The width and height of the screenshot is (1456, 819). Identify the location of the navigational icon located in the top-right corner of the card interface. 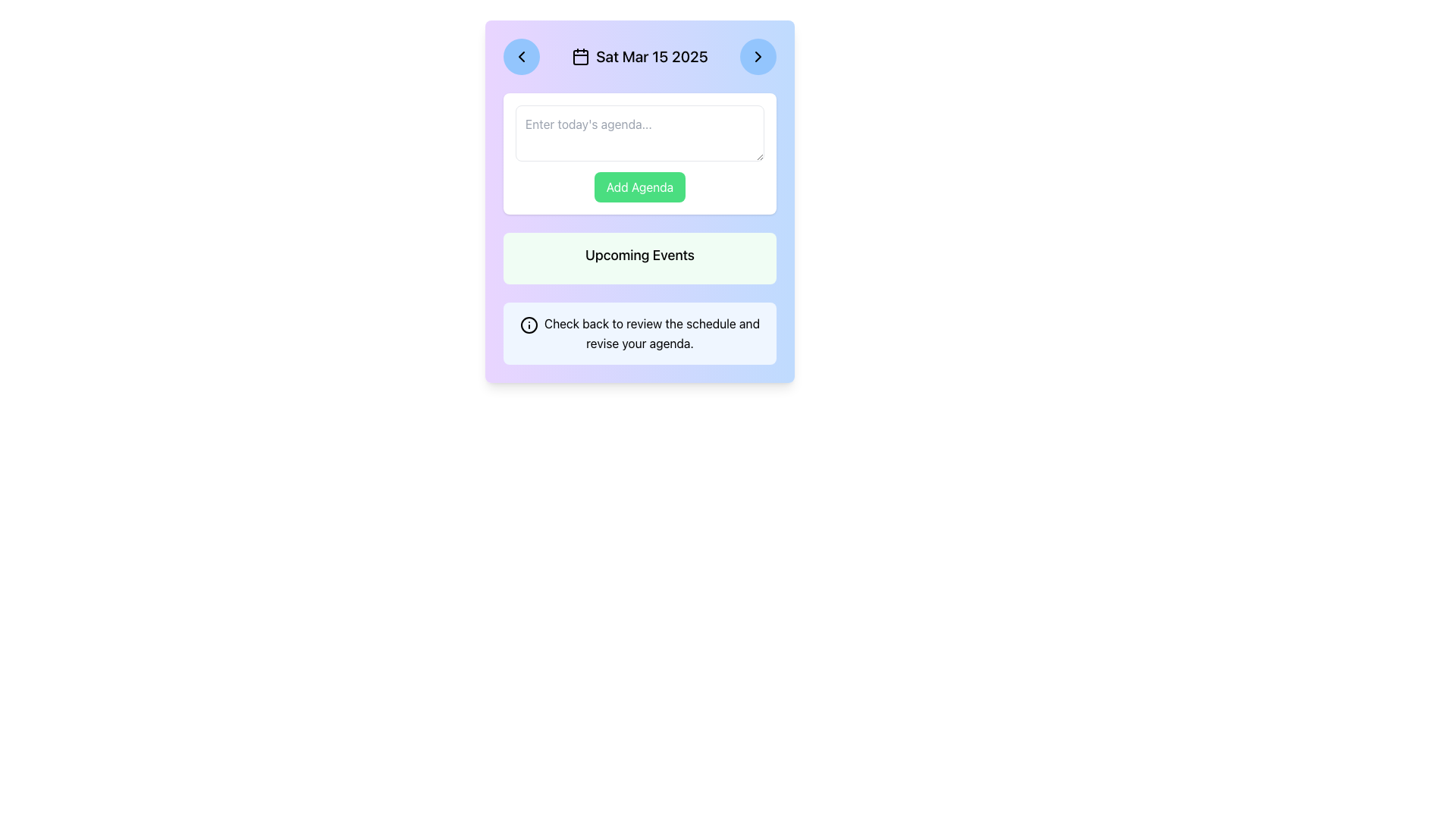
(758, 55).